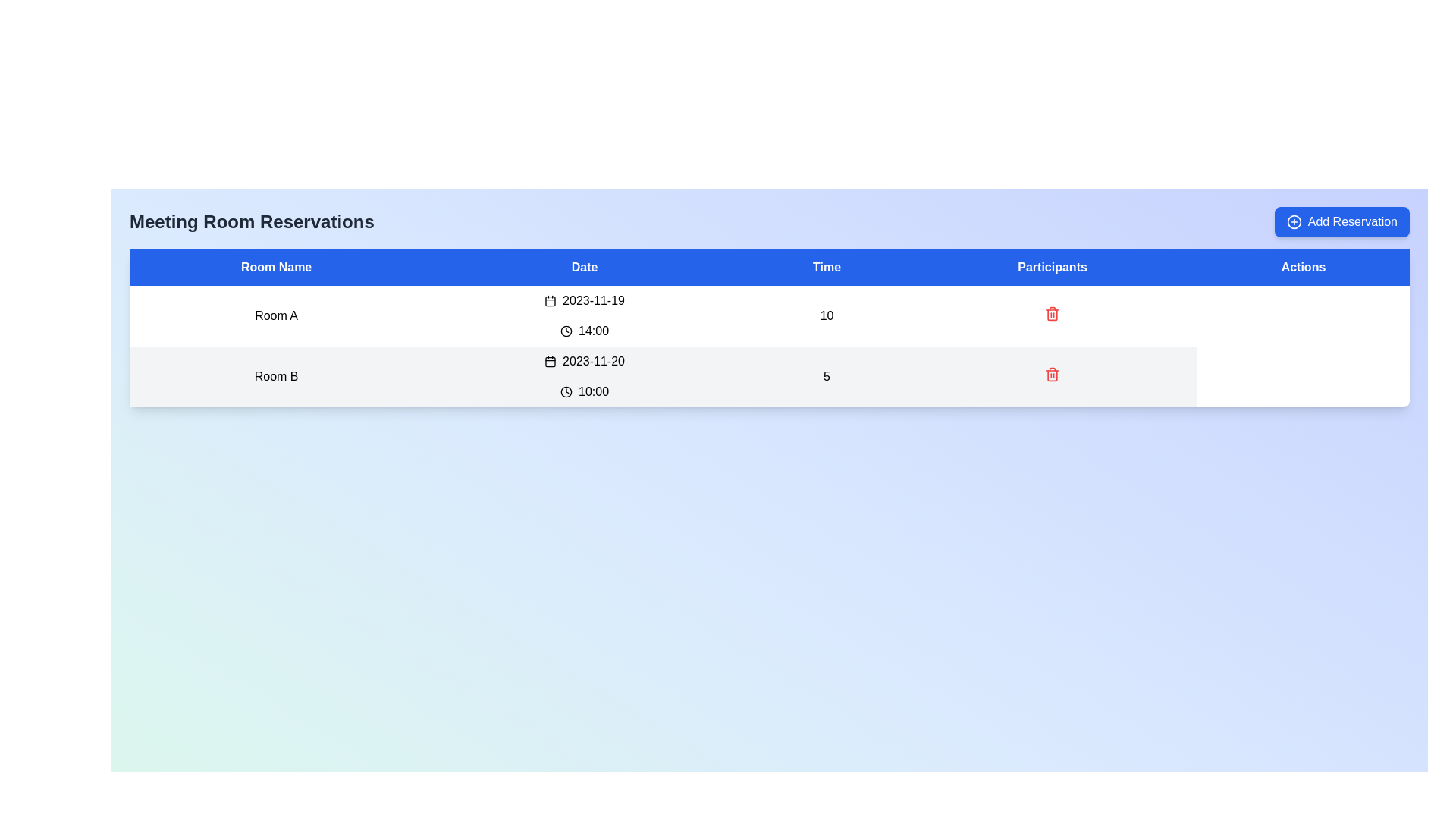  Describe the element at coordinates (584, 391) in the screenshot. I see `the time displayed as '10:00' on the text display with a clock icon located in the 'Time' column of the second row in the room reservations table` at that location.